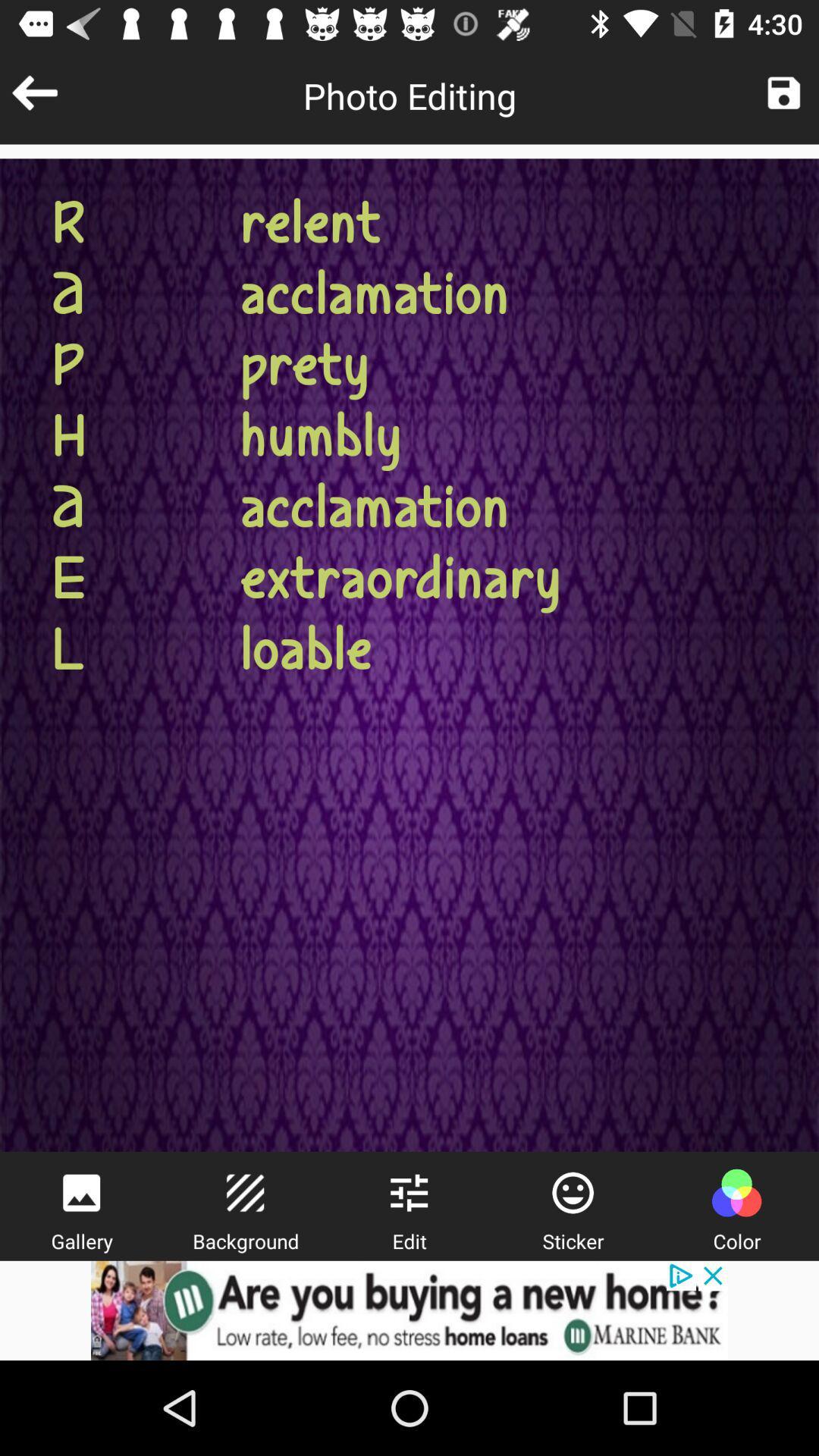  I want to click on this, so click(783, 92).